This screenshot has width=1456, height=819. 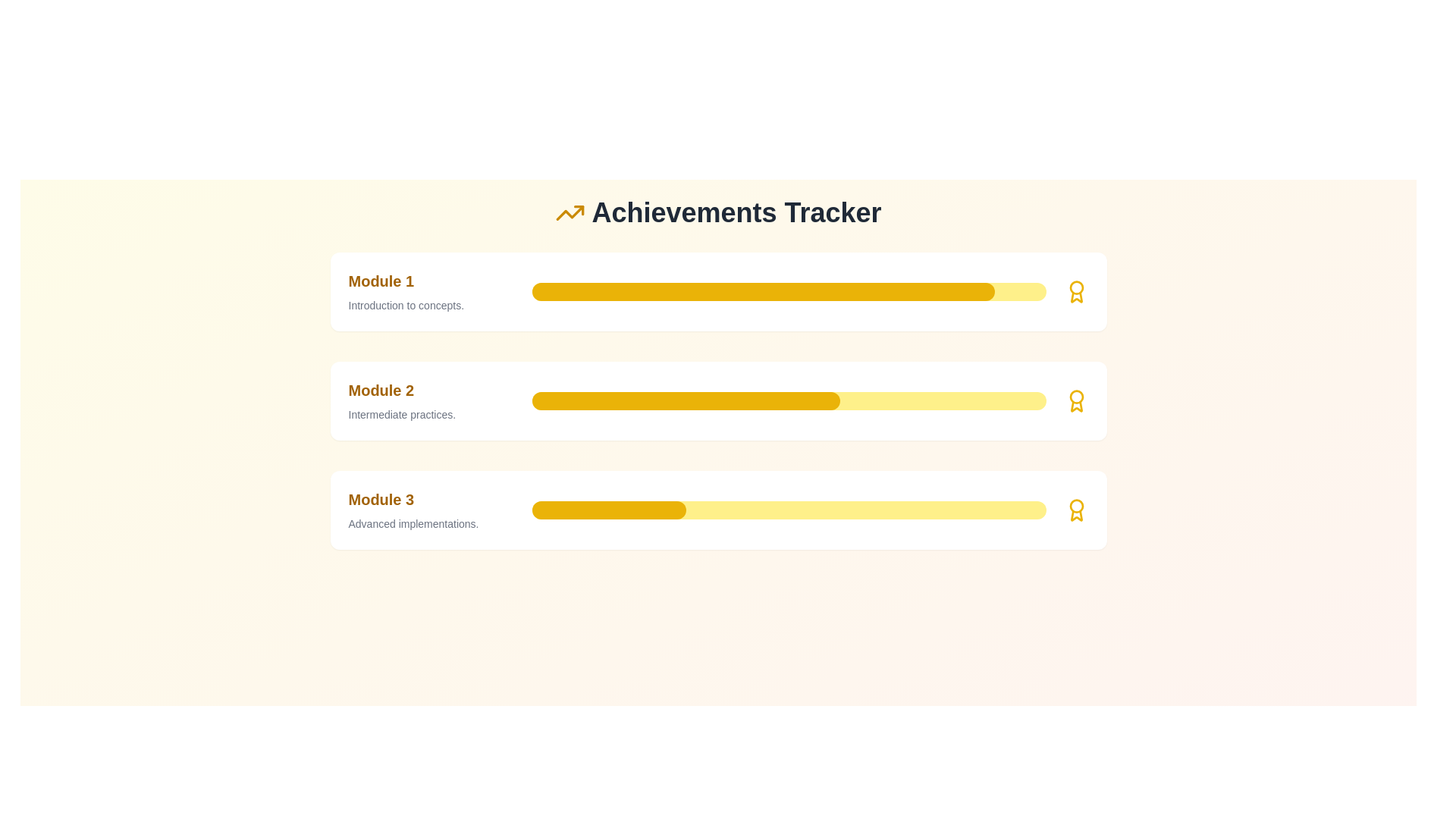 What do you see at coordinates (1075, 506) in the screenshot?
I see `the circular decorative icon located at the rightmost edge of the third module's progress bar to understand its symbolic meaning` at bounding box center [1075, 506].